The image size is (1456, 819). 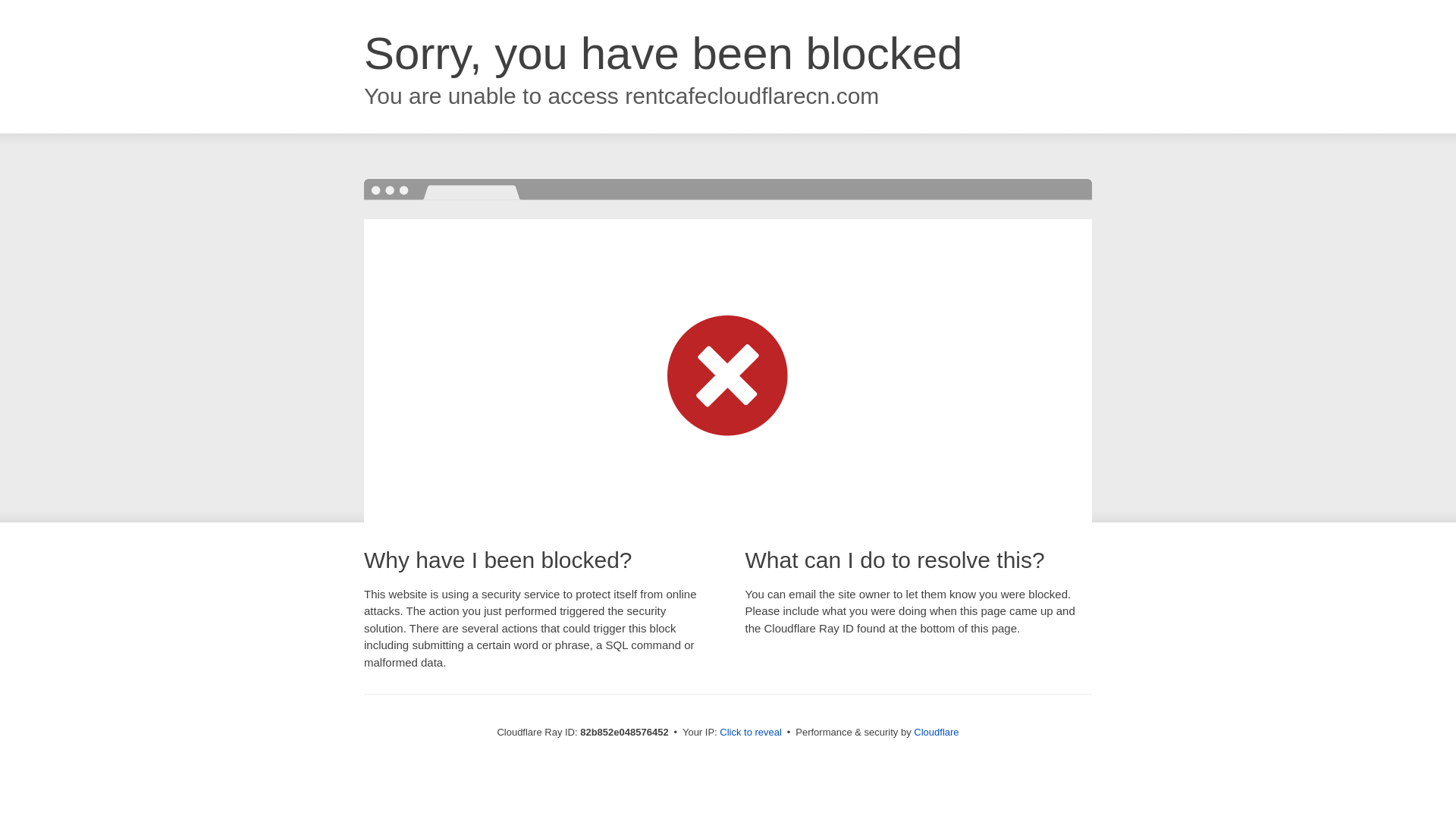 What do you see at coordinates (750, 731) in the screenshot?
I see `'Click to reveal'` at bounding box center [750, 731].